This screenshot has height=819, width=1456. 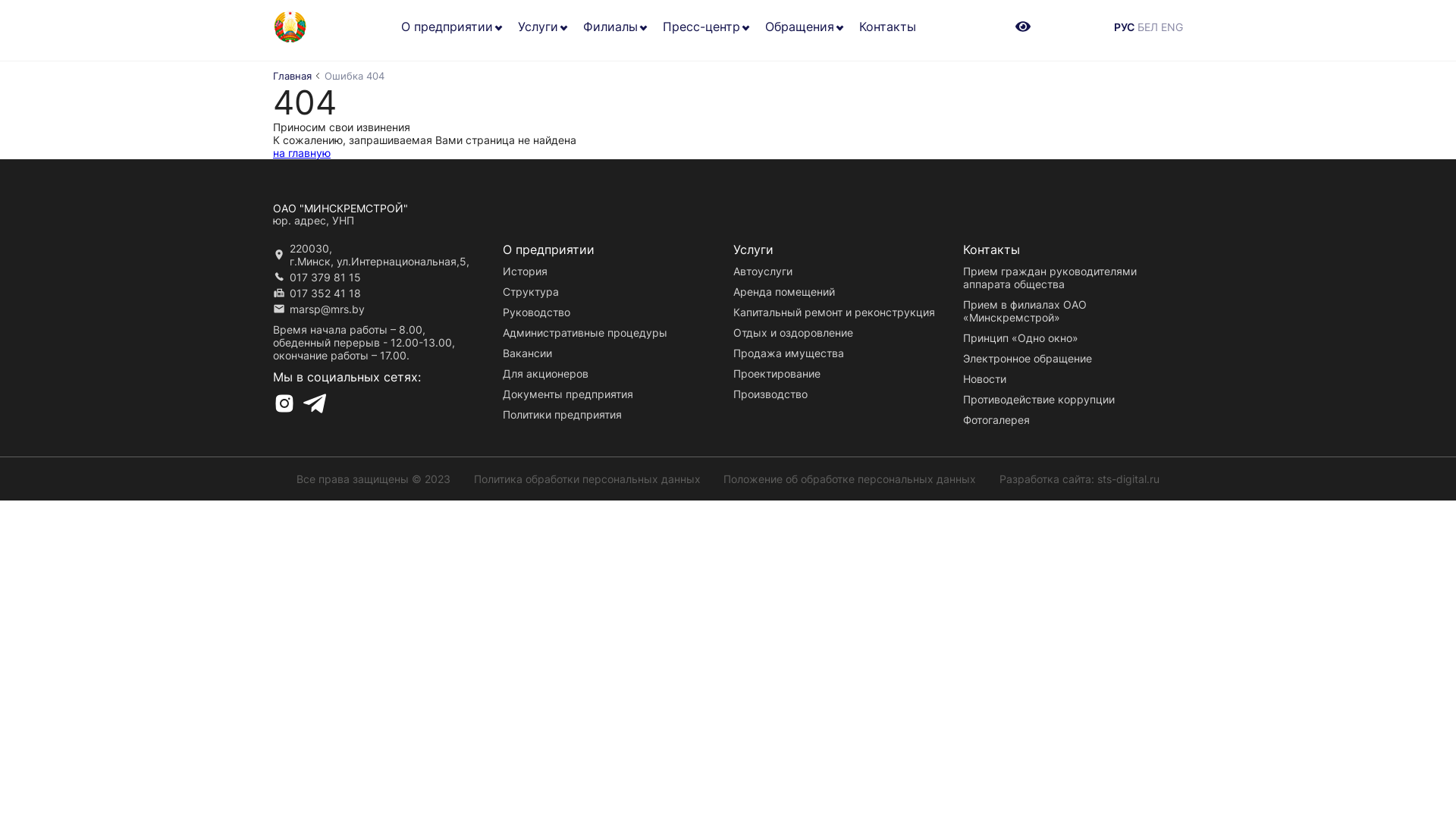 What do you see at coordinates (324, 277) in the screenshot?
I see `'017 379 81 15'` at bounding box center [324, 277].